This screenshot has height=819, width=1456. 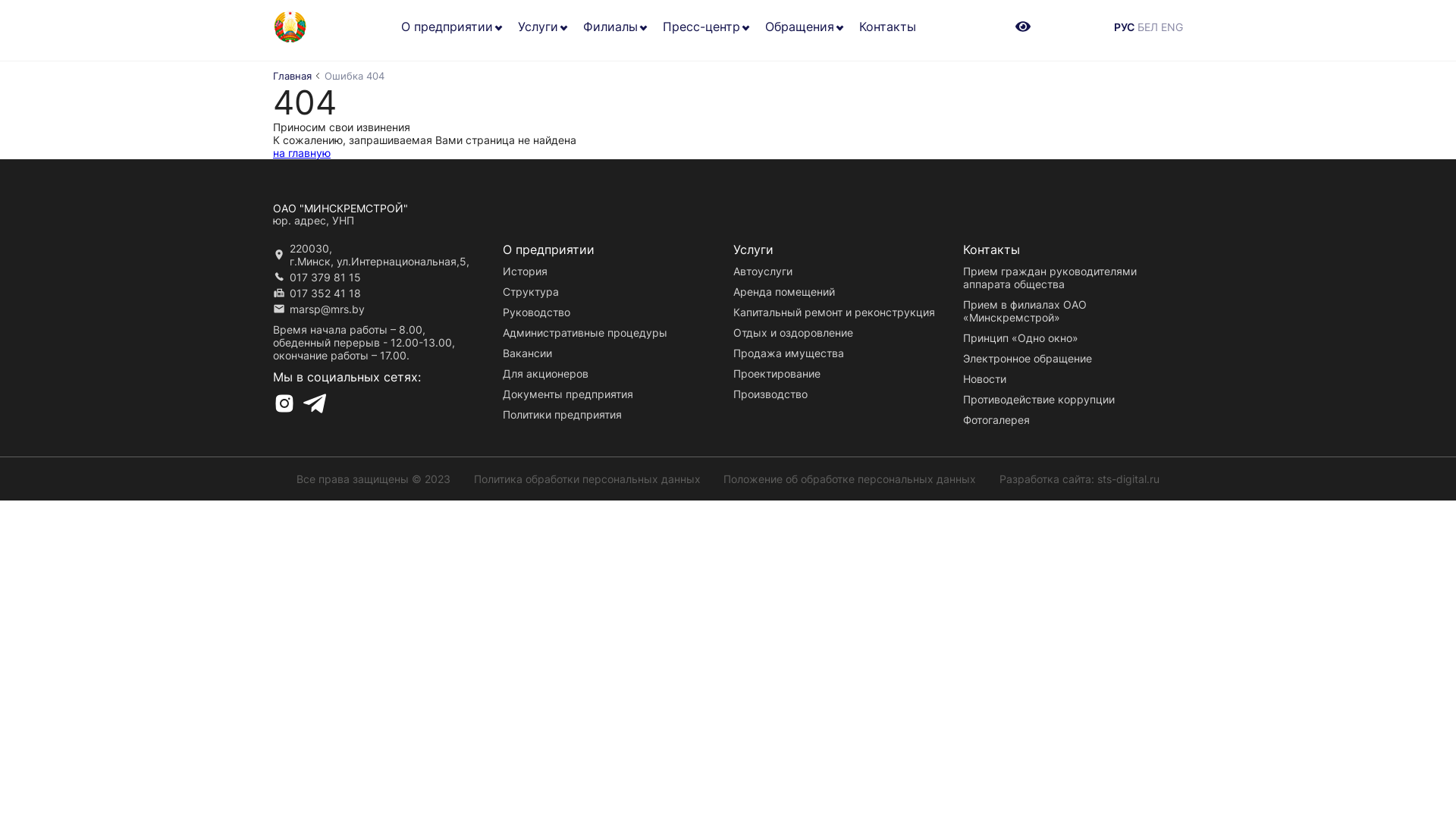 What do you see at coordinates (324, 277) in the screenshot?
I see `'017 379 81 15'` at bounding box center [324, 277].